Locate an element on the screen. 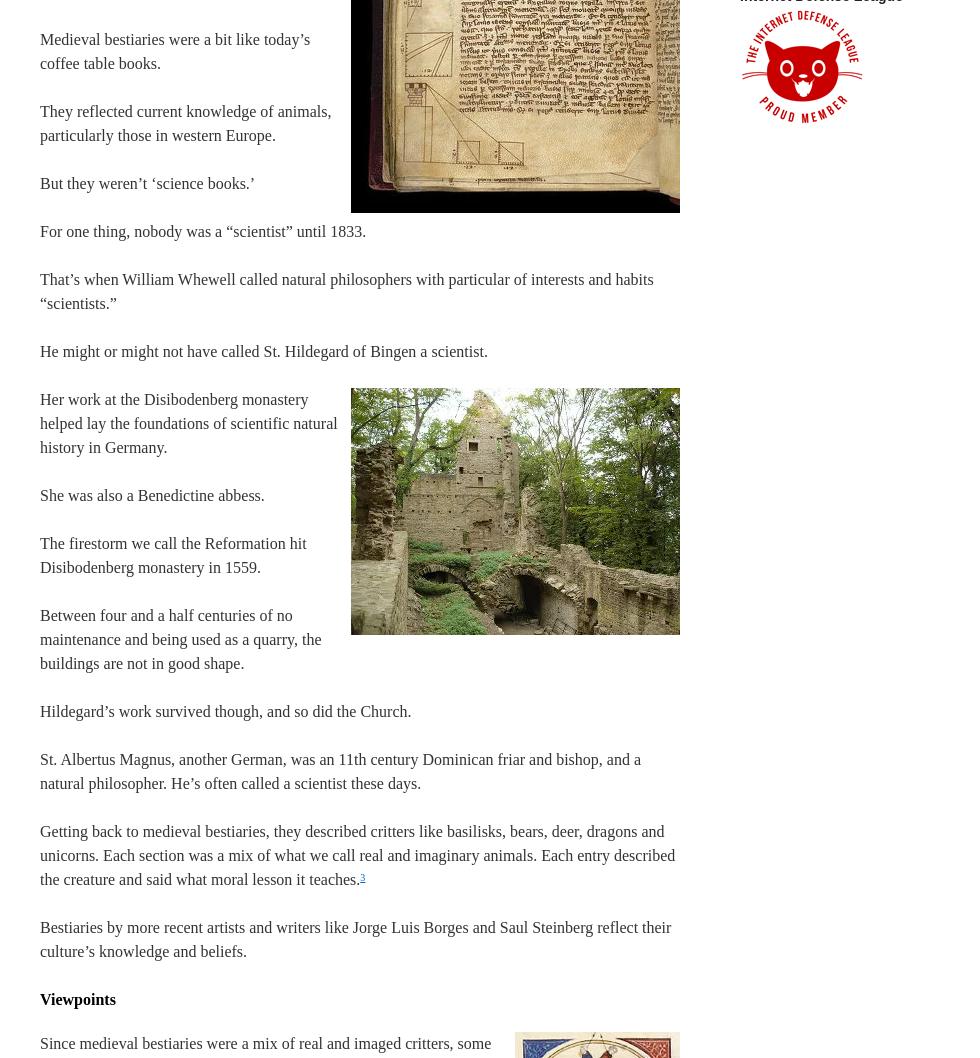 The width and height of the screenshot is (980, 1058). 'But they weren’t ‘science books.’' is located at coordinates (147, 183).